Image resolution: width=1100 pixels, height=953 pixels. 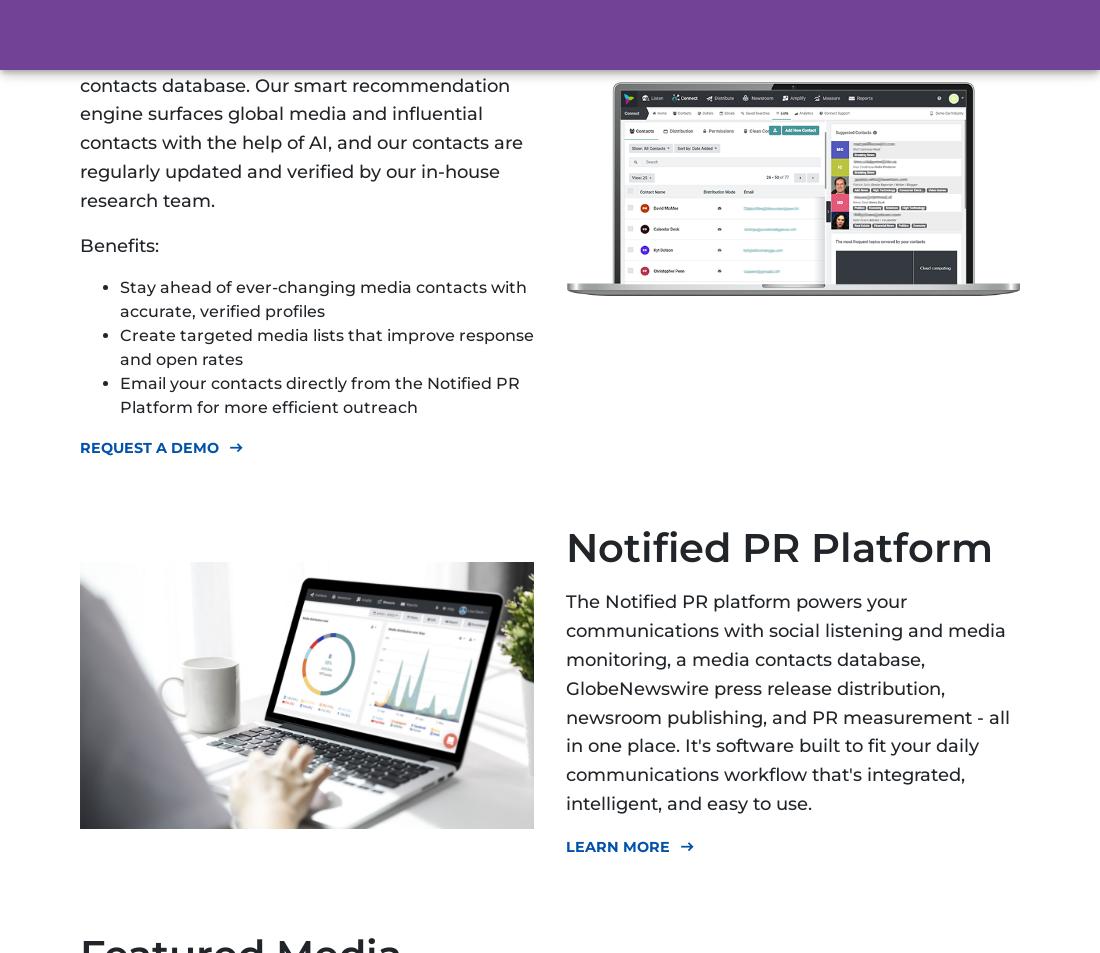 What do you see at coordinates (788, 702) in the screenshot?
I see `'The Notified PR platform powers your communications with social listening and media monitoring, a media contacts database, GlobeNewswire press release distribution, newsroom publishing, and PR measurement - all in one place. It's software built to fit your daily communications workflow that's integrated, intelligent, and easy to use.'` at bounding box center [788, 702].